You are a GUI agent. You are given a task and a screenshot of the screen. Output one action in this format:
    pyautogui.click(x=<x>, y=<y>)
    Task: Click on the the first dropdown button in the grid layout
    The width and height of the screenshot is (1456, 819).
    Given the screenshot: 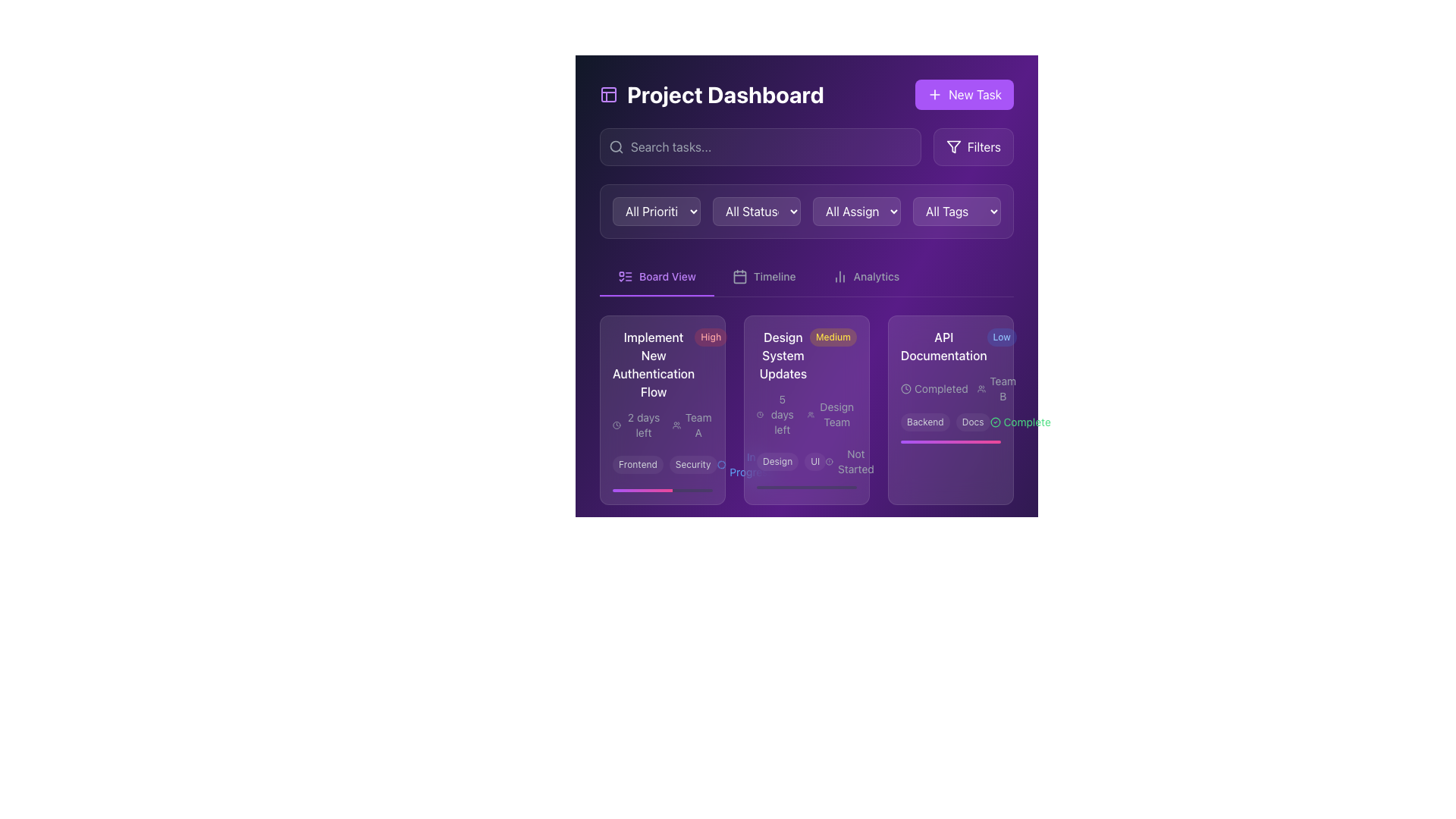 What is the action you would take?
    pyautogui.click(x=656, y=211)
    